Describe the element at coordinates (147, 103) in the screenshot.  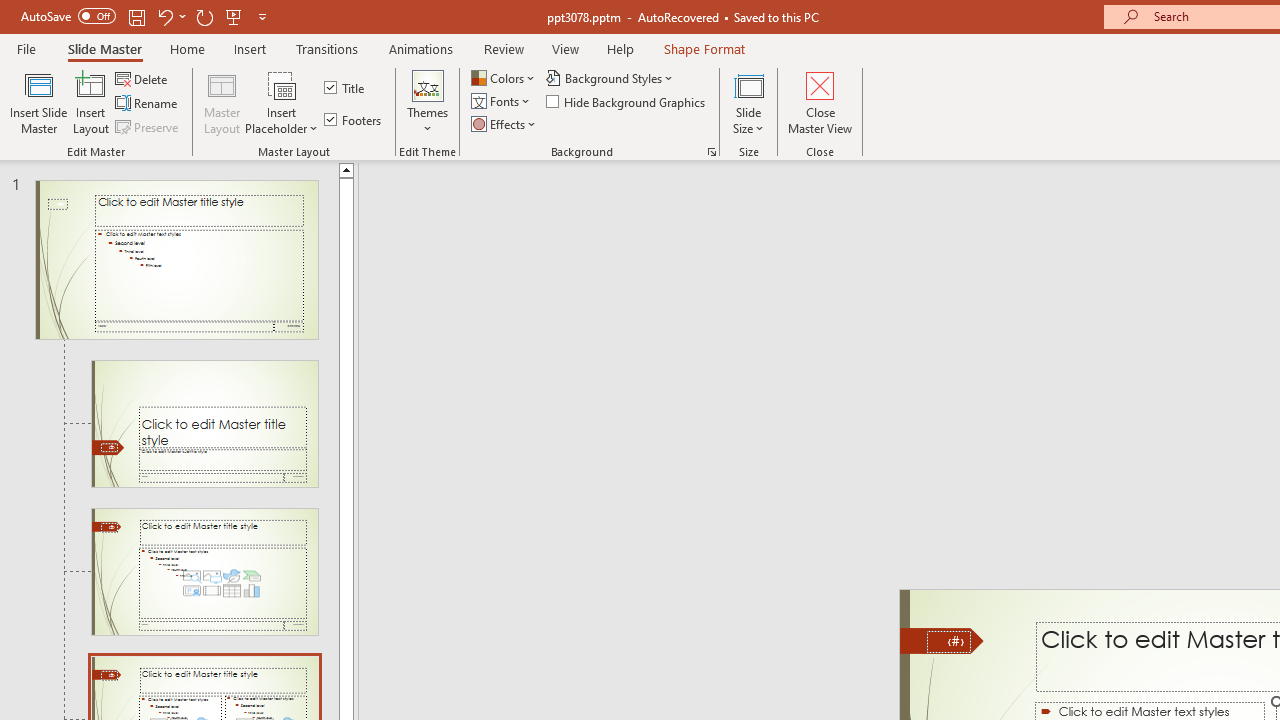
I see `'Rename'` at that location.